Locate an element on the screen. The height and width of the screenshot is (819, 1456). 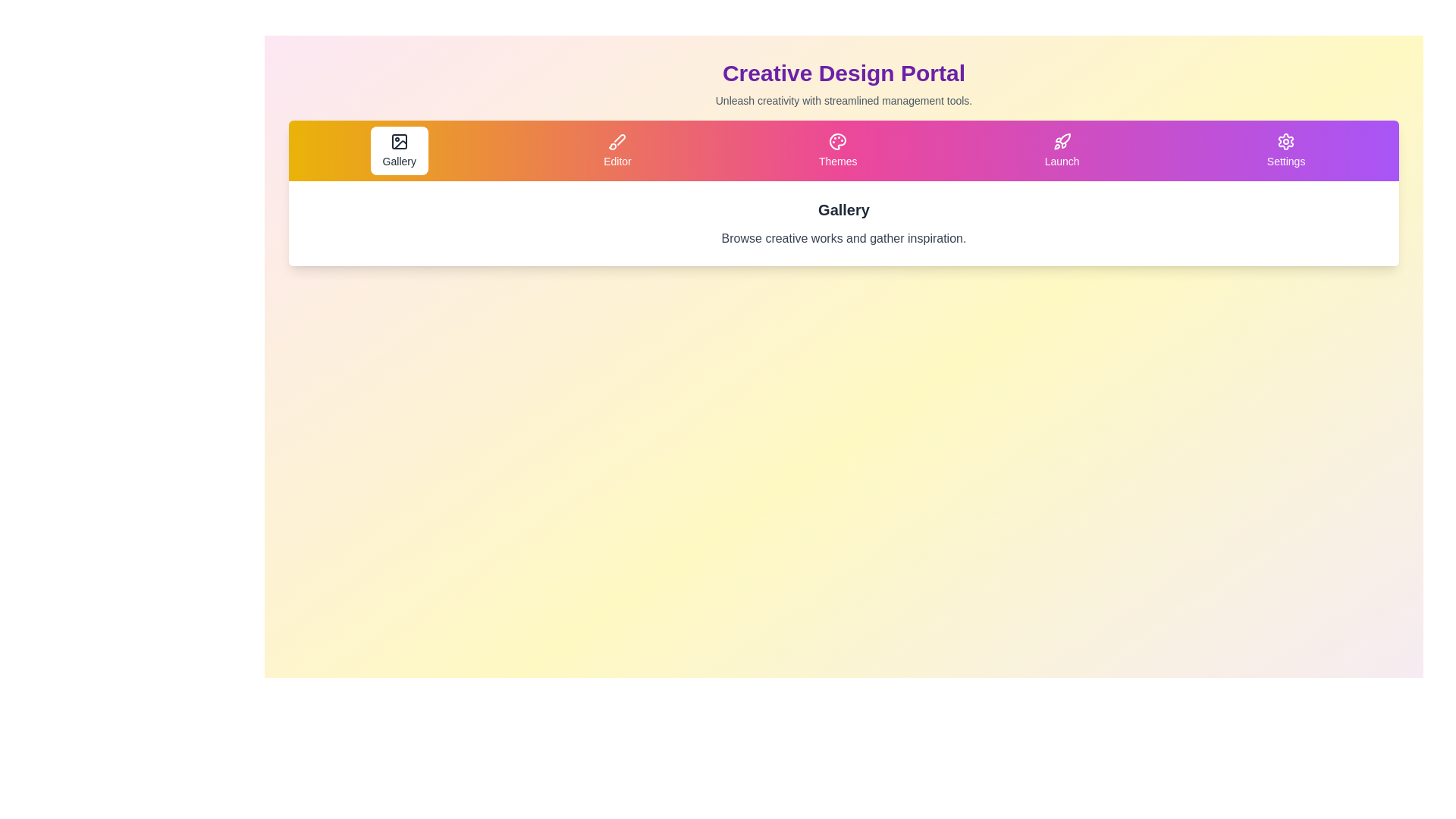
the 'Launch' button, which is a pink to purple gradient button with a white rocket icon, located in the top navigation bar is located at coordinates (1061, 151).